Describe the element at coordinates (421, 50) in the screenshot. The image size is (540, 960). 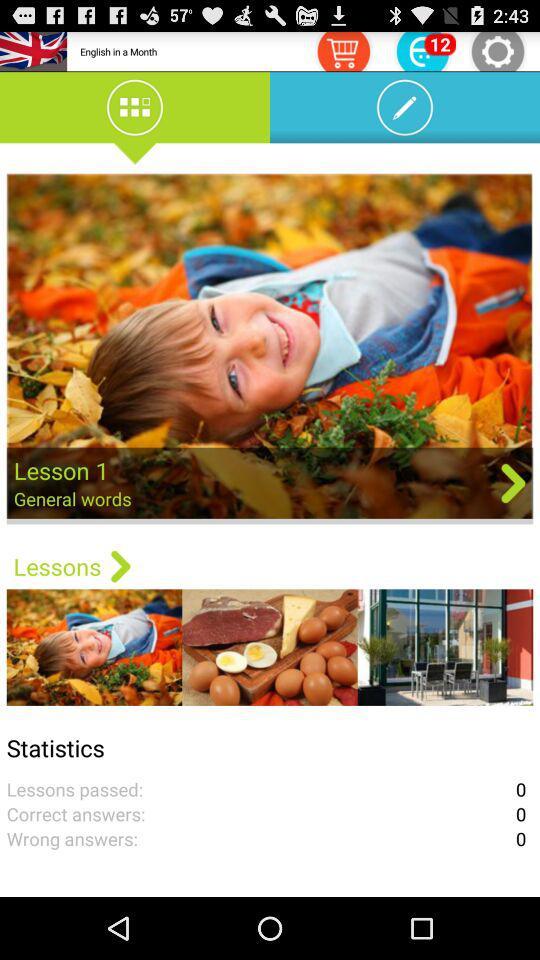
I see `your notifications` at that location.